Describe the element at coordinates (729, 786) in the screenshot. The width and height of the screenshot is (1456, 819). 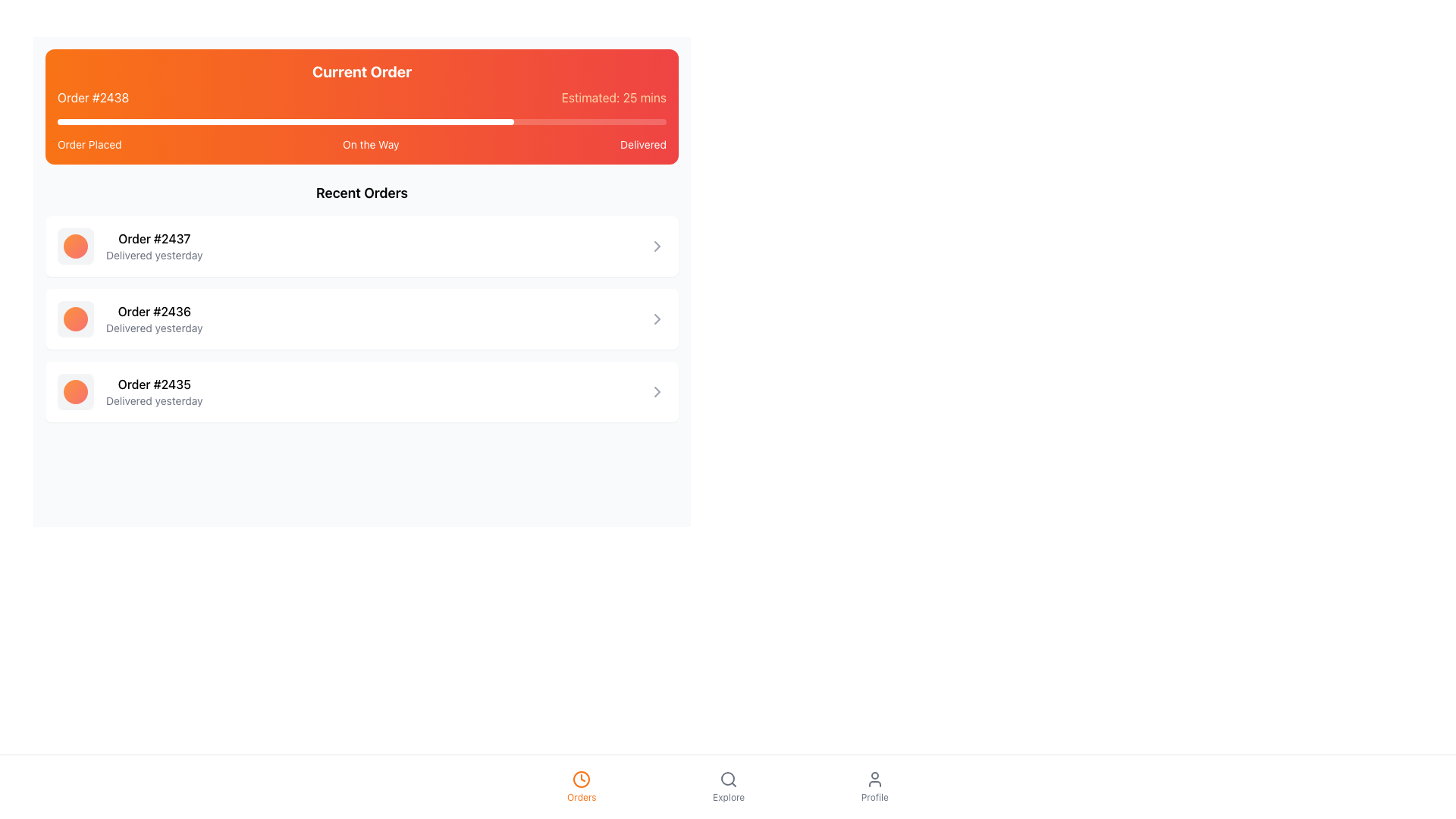
I see `the interactive button labeled 'Explore' with a magnifying glass icon, located in the middle section of the footer navigation bar` at that location.